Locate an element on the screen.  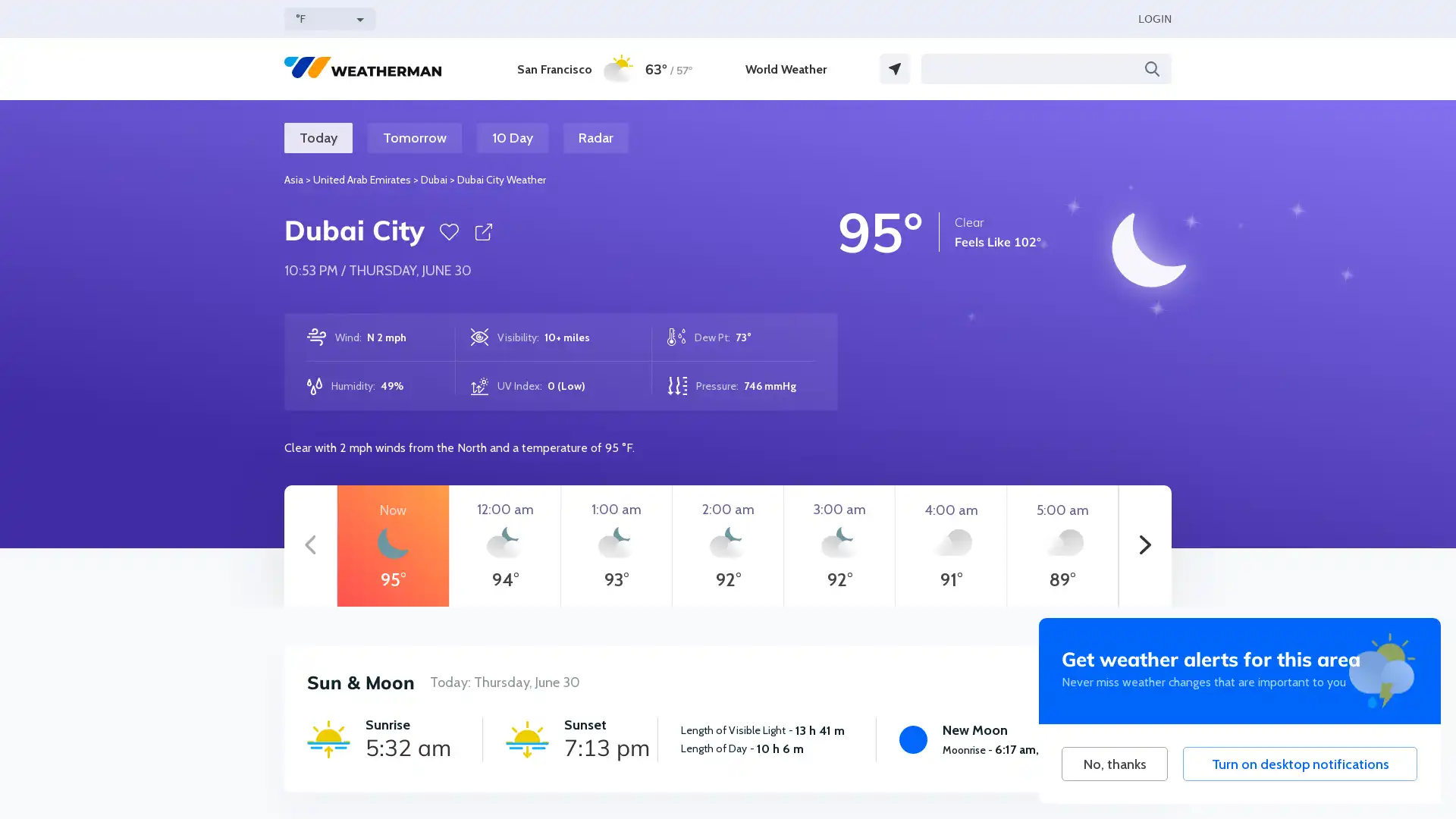
Share is located at coordinates (482, 231).